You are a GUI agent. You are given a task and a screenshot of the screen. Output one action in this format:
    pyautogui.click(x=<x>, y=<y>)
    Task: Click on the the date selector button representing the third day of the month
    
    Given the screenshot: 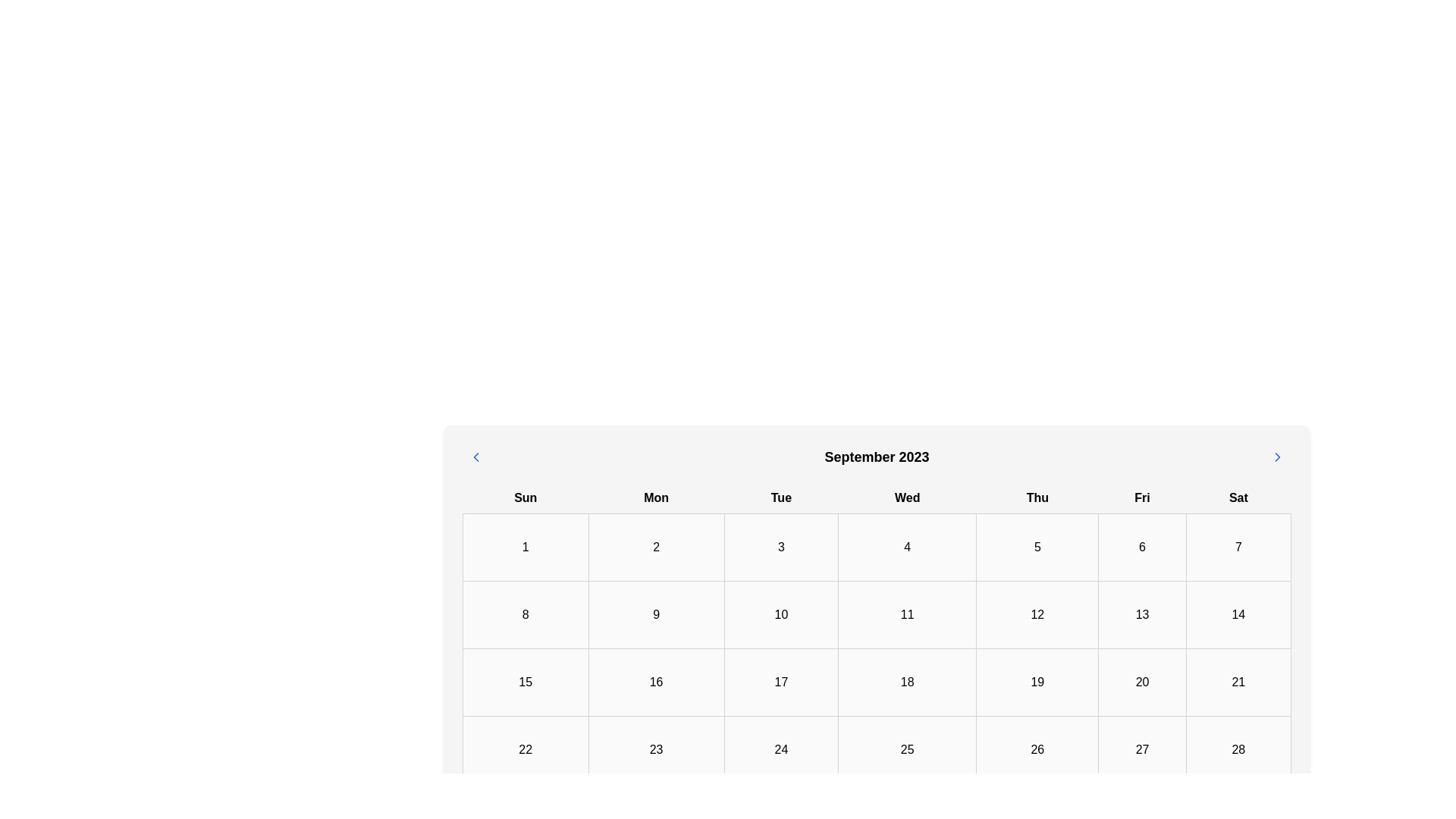 What is the action you would take?
    pyautogui.click(x=781, y=547)
    